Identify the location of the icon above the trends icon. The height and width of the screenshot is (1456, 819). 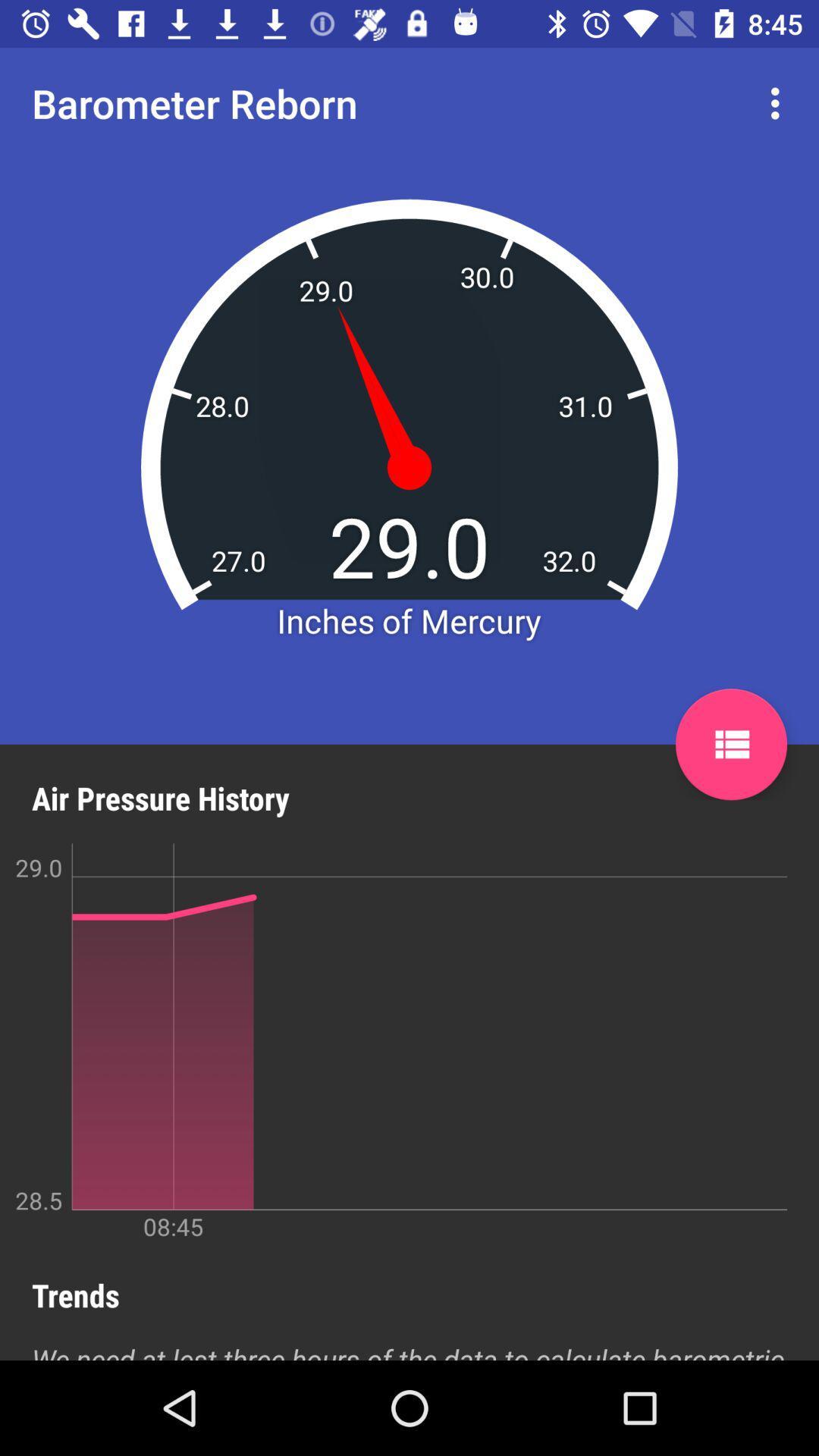
(393, 1041).